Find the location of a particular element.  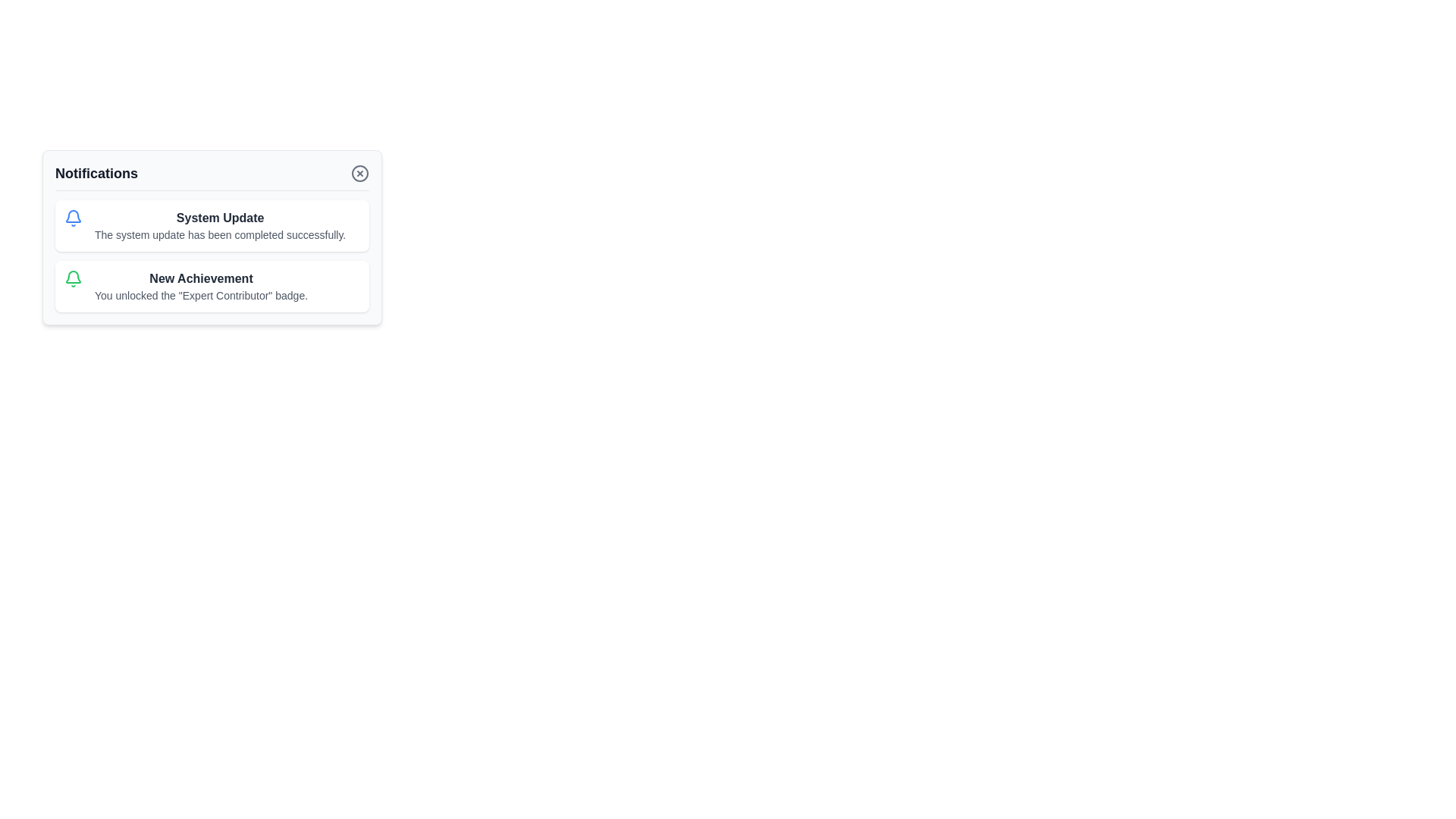

the small blue bell icon used for notifications, which is located next to the 'System Update' title in the notification card is located at coordinates (72, 218).